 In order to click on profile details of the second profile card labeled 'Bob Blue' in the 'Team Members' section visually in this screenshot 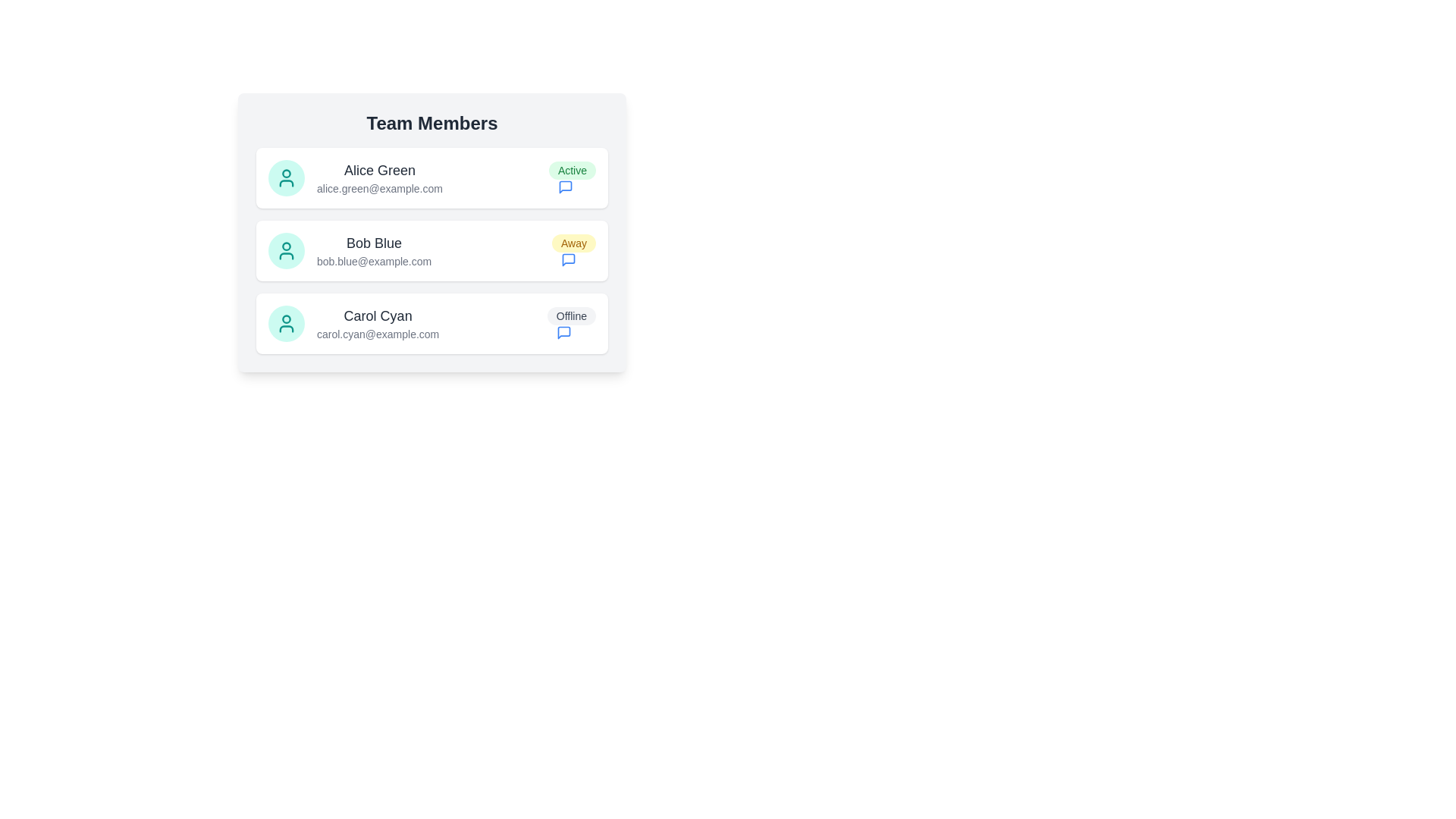, I will do `click(431, 250)`.